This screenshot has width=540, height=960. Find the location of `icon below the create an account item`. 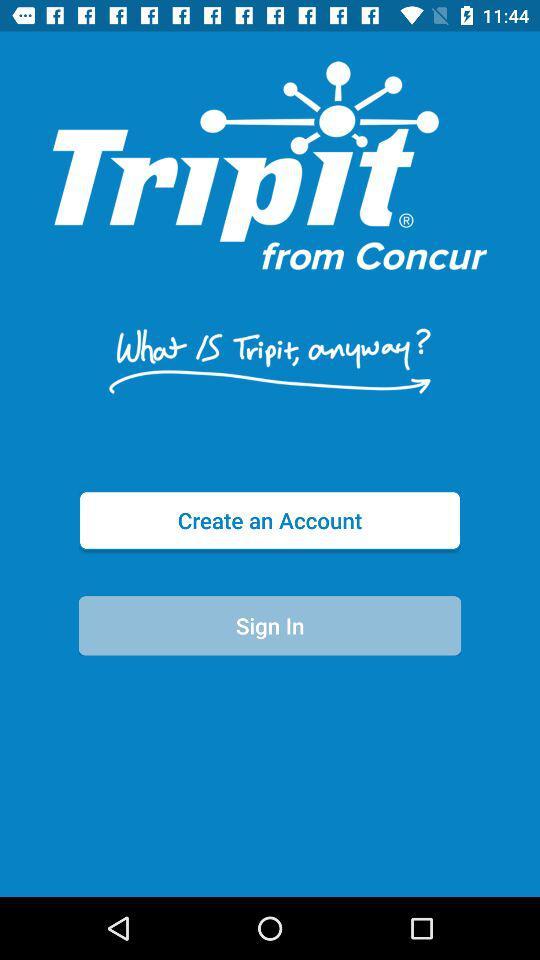

icon below the create an account item is located at coordinates (270, 624).